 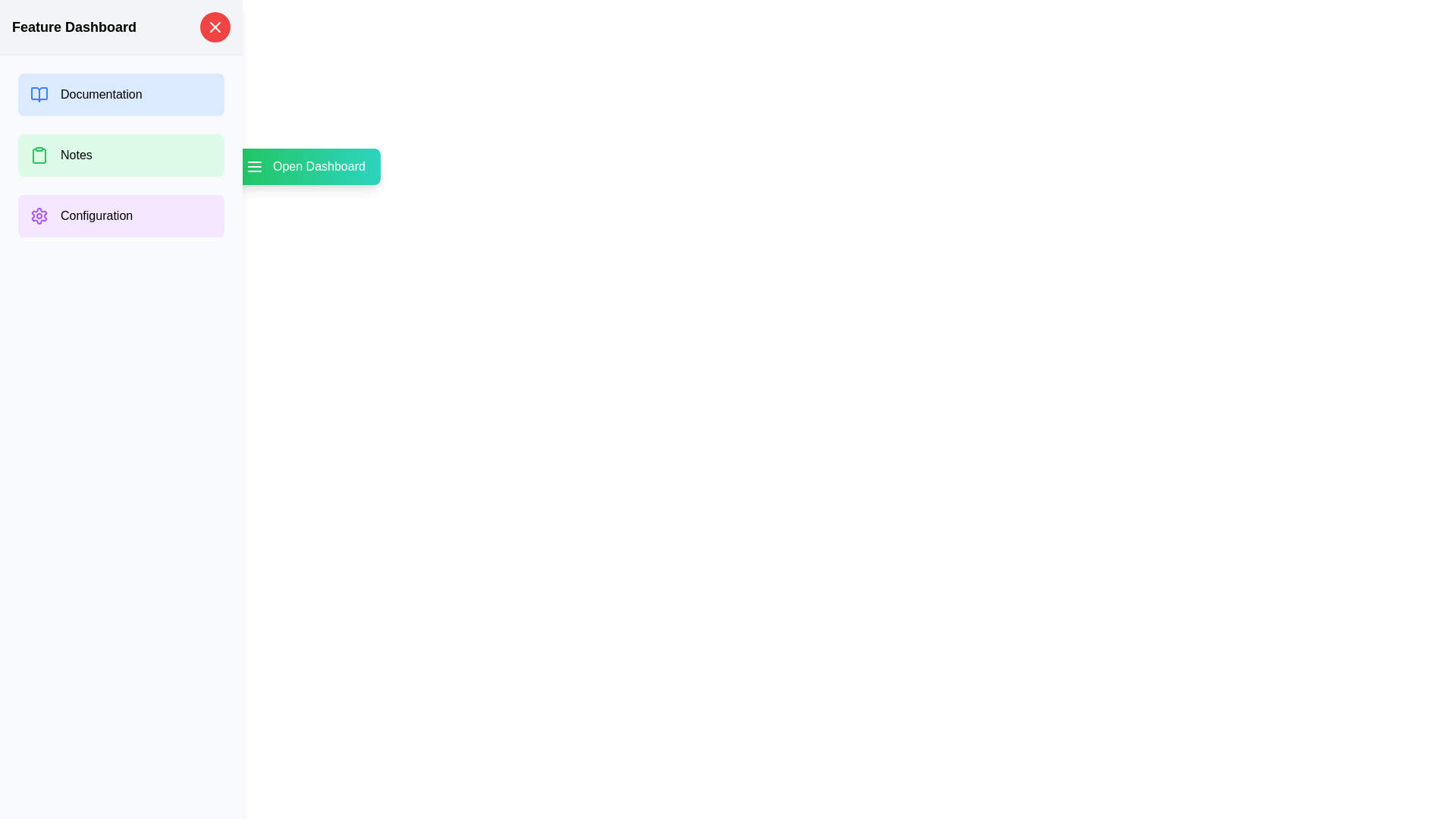 What do you see at coordinates (304, 166) in the screenshot?
I see `the button labeled 'Open Dashboard' to observe its hover effect` at bounding box center [304, 166].